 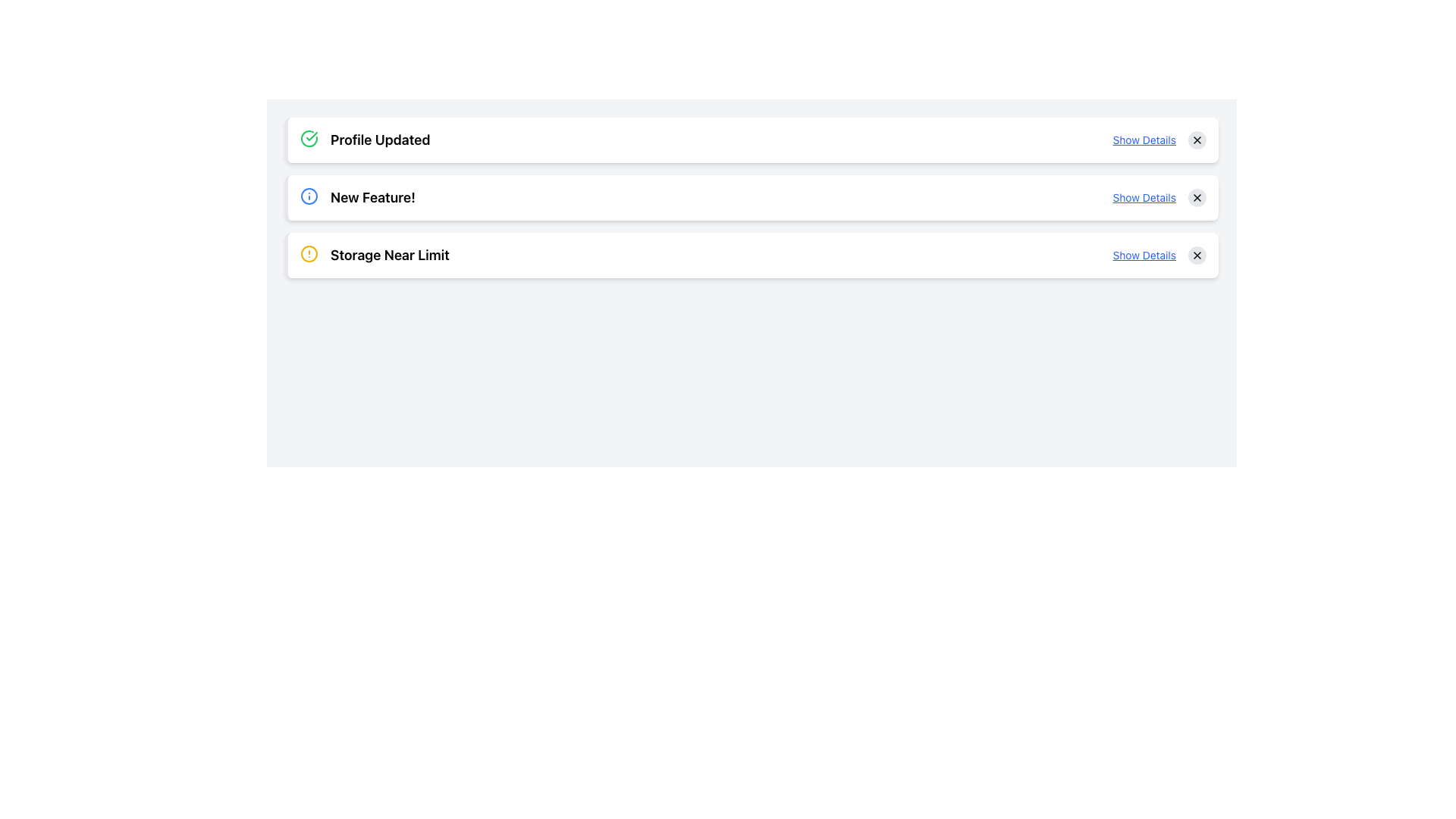 What do you see at coordinates (1159, 197) in the screenshot?
I see `the hyperlink in the 'New Feature!' notification card located in the upper-right section` at bounding box center [1159, 197].